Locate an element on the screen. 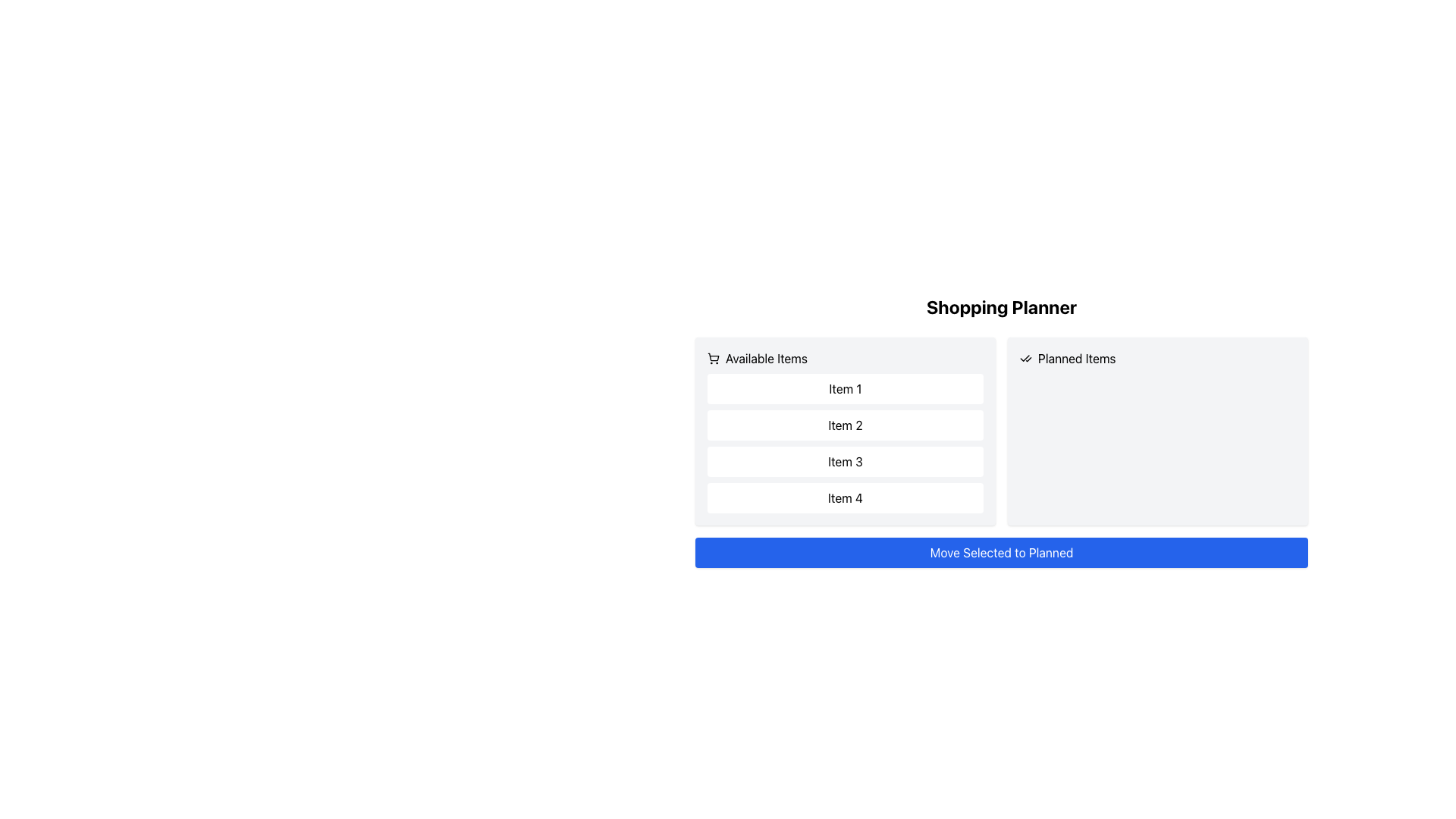 This screenshot has height=819, width=1456. the 'Item 3' button, which is a rectangular button with a white background and rounded corners, located in the left section of the 'Available Items' list is located at coordinates (844, 461).